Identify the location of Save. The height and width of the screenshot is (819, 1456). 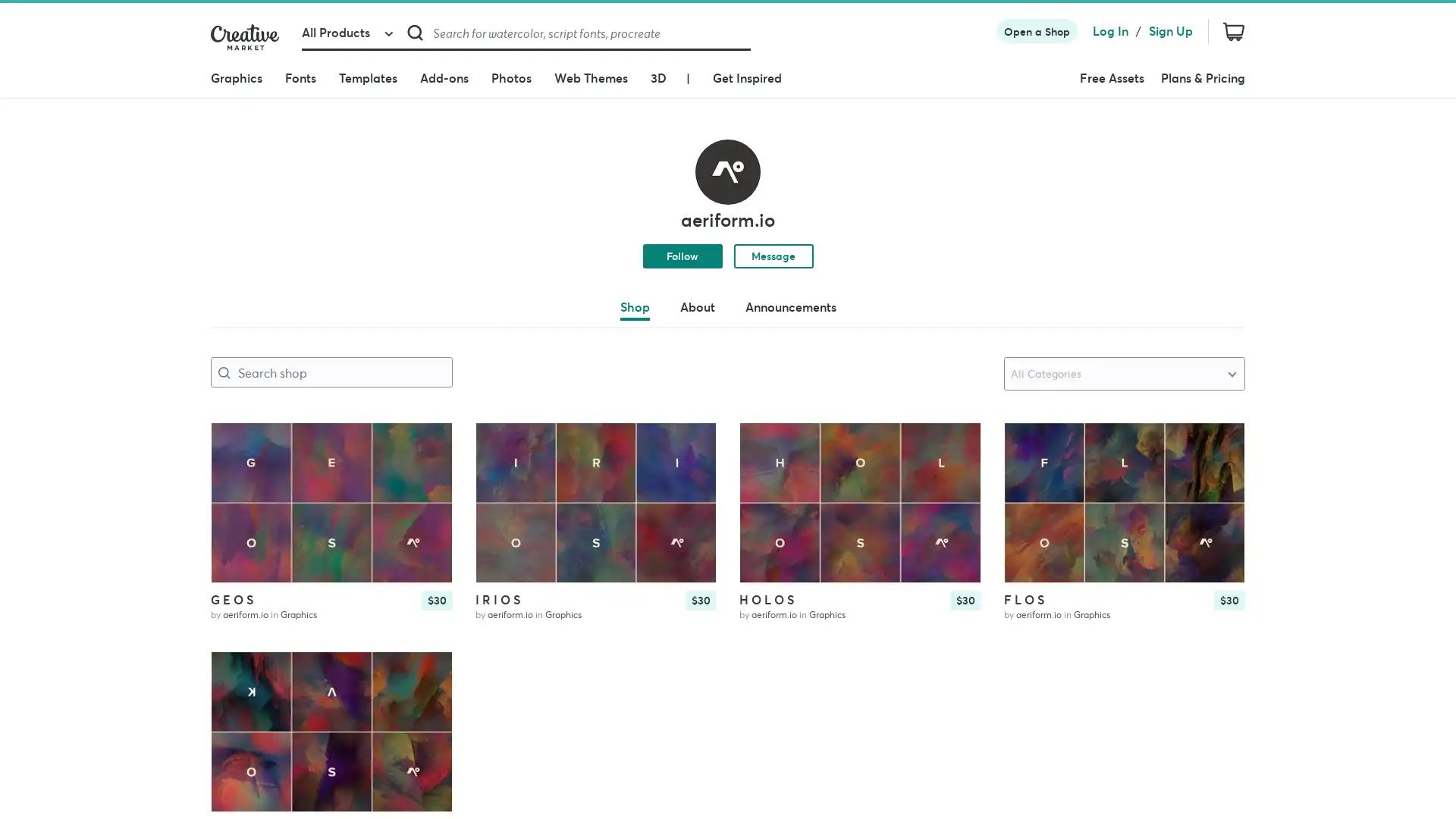
(426, 469).